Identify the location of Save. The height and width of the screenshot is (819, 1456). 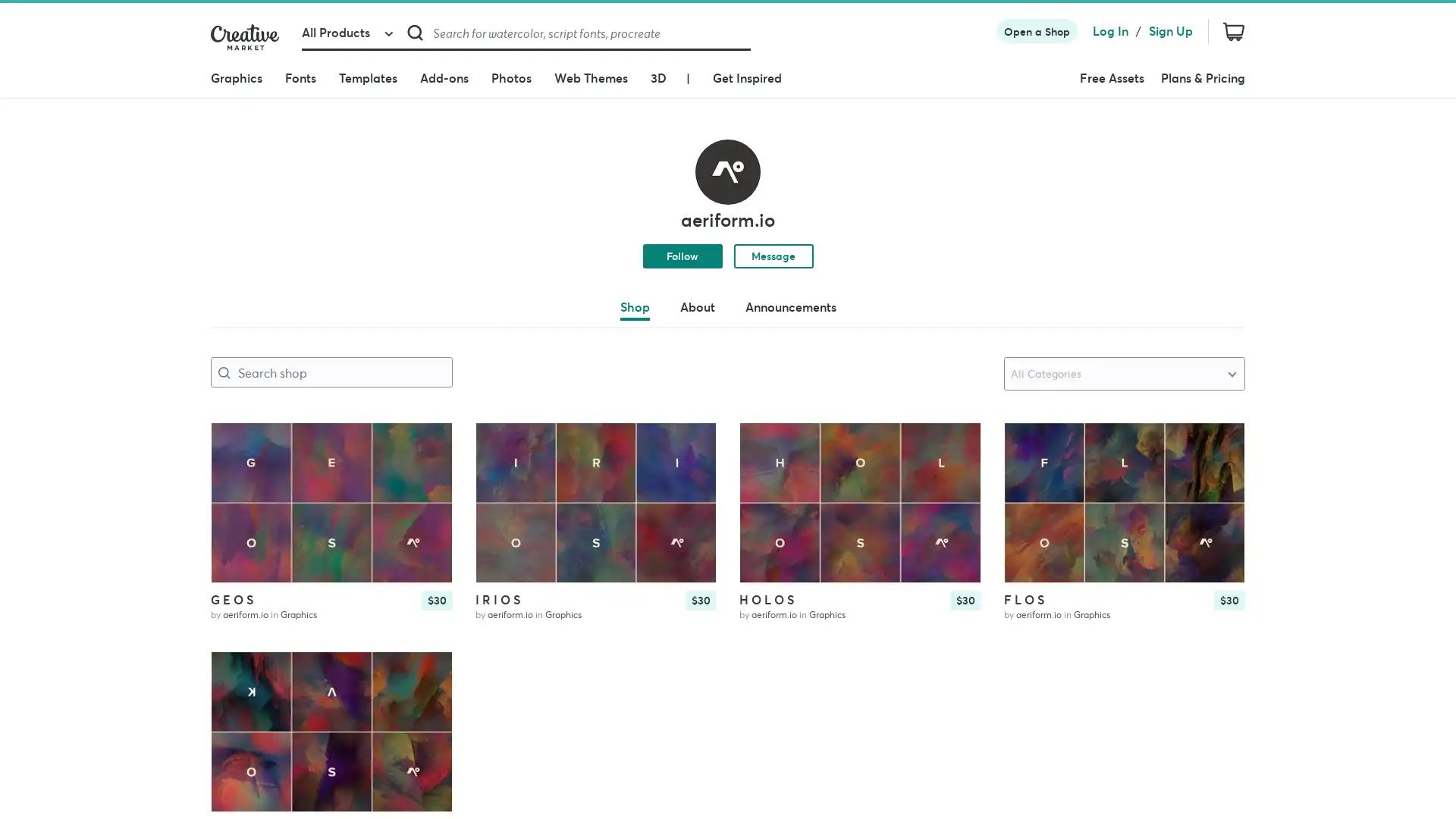
(426, 469).